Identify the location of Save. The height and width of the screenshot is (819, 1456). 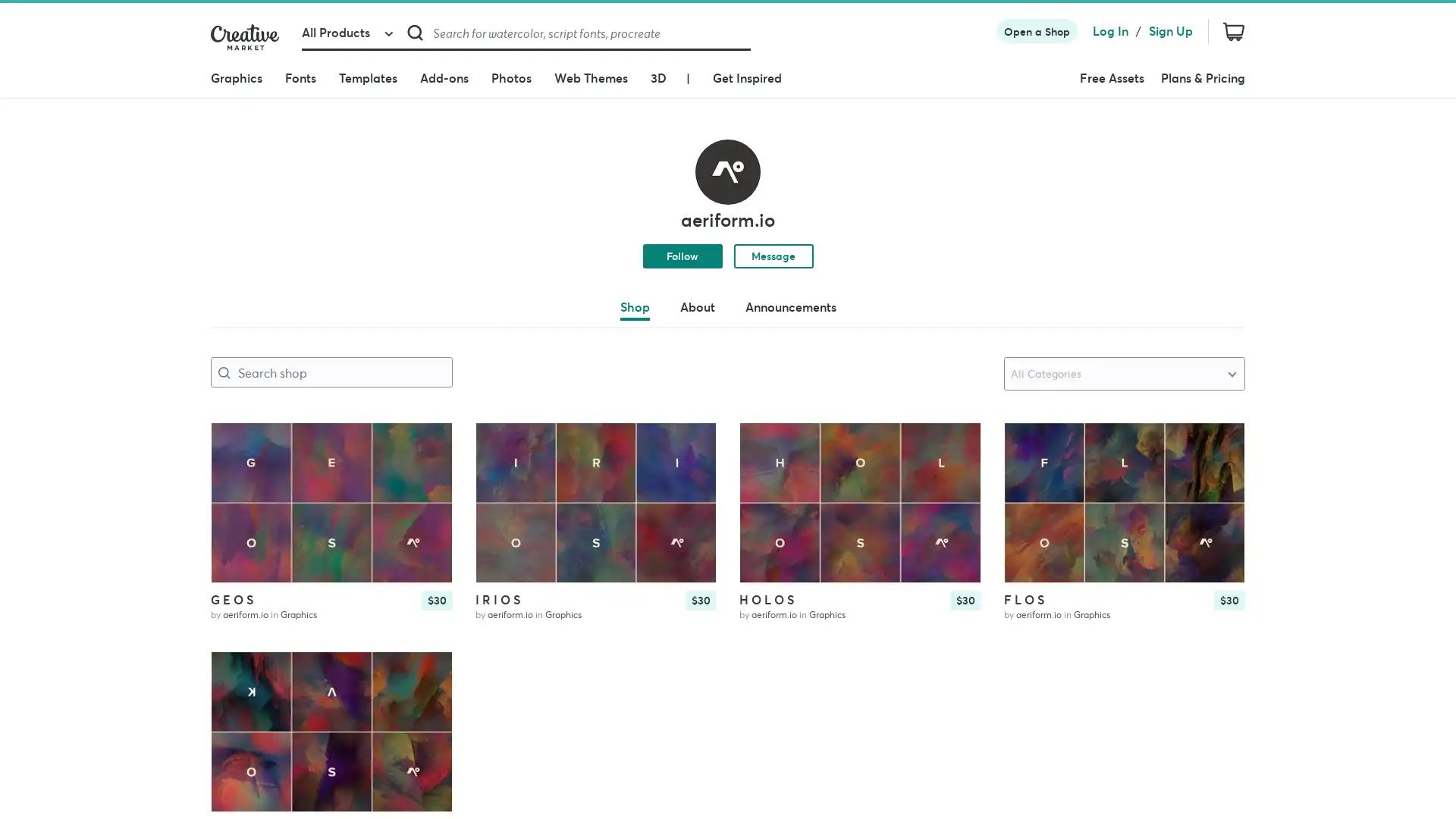
(426, 469).